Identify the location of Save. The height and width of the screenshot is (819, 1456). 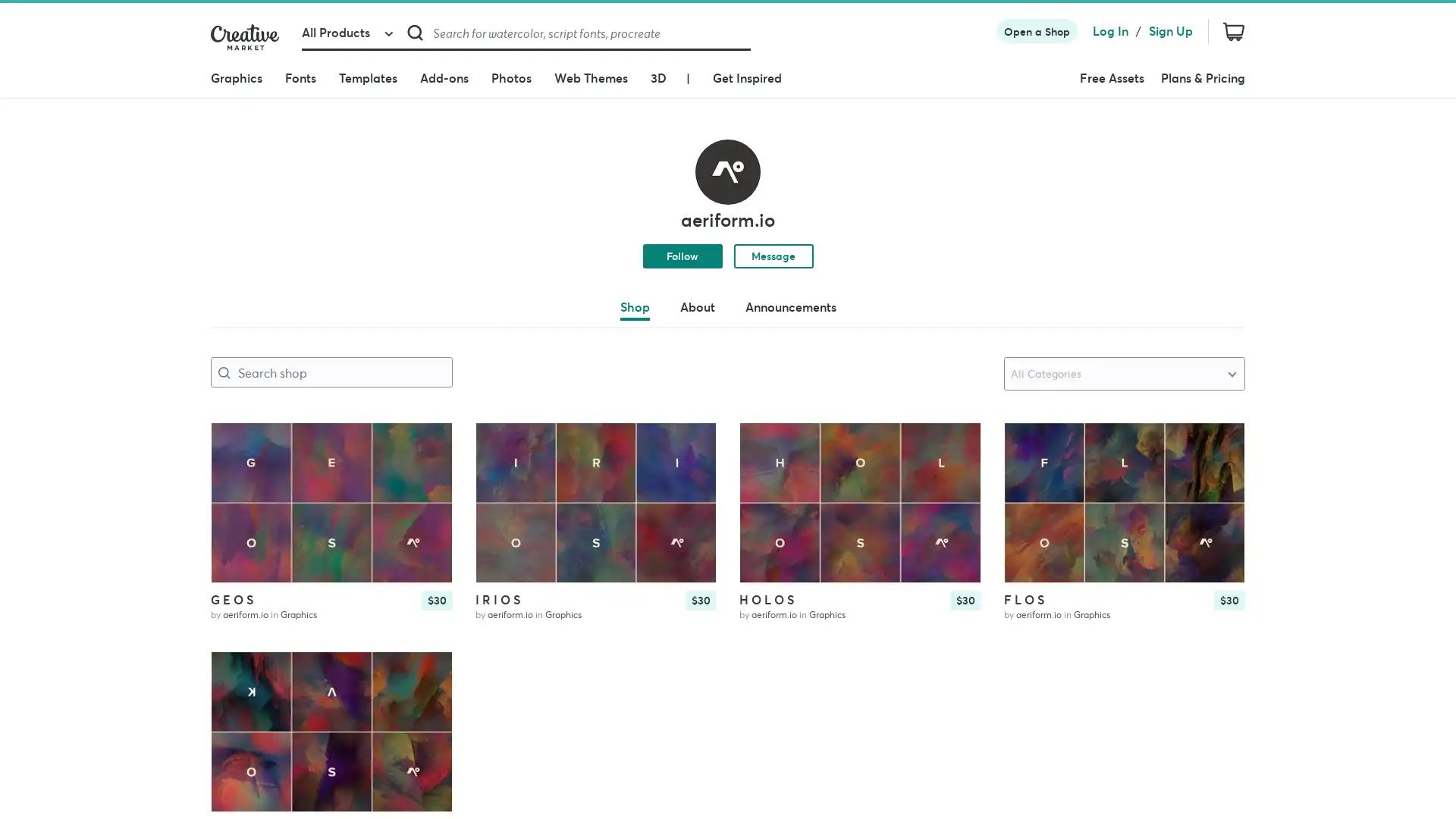
(426, 469).